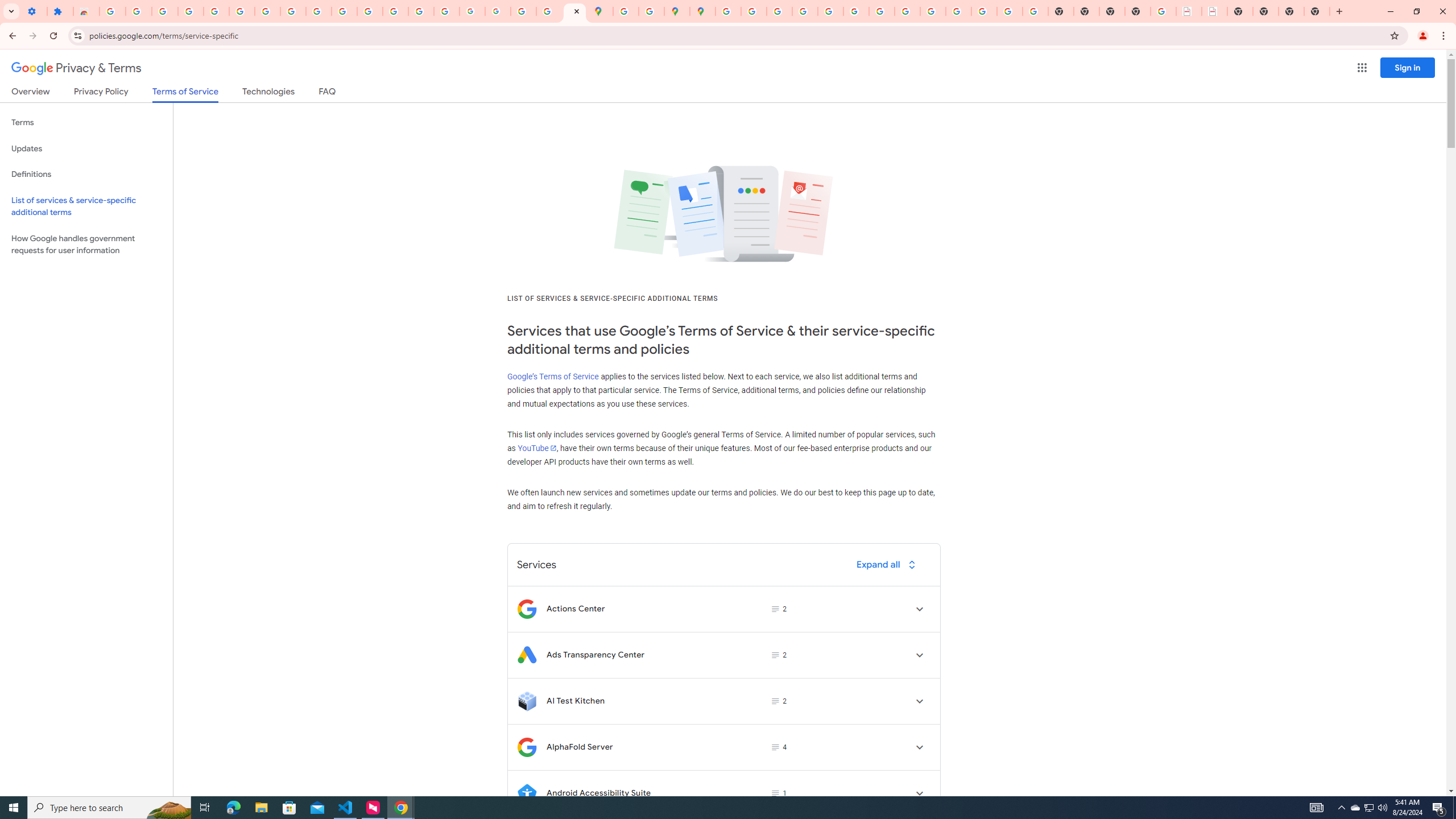 The width and height of the screenshot is (1456, 819). What do you see at coordinates (86, 243) in the screenshot?
I see `'How Google handles government requests for user information'` at bounding box center [86, 243].